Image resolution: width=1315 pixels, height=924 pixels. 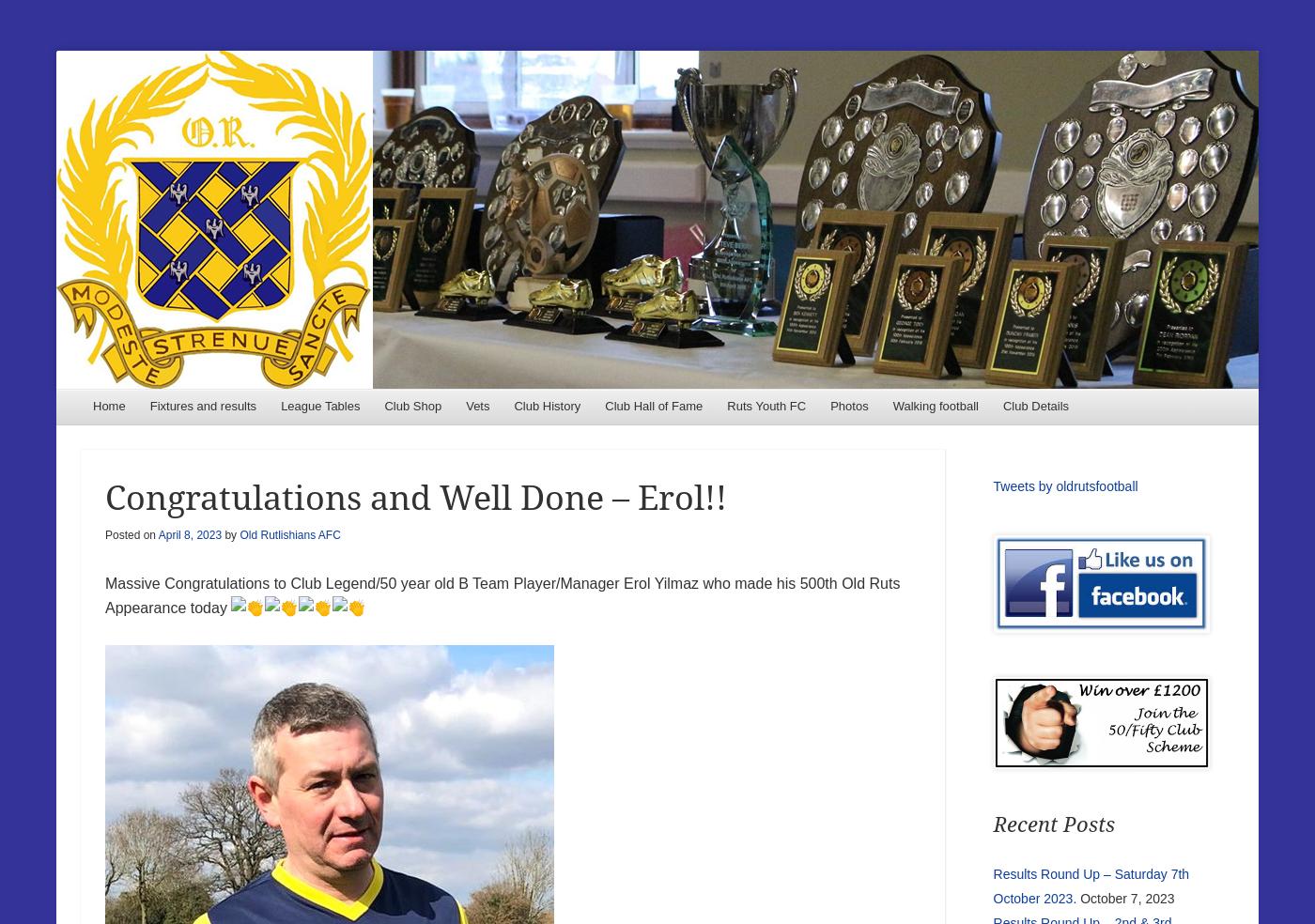 What do you see at coordinates (1126, 897) in the screenshot?
I see `'October 7, 2023'` at bounding box center [1126, 897].